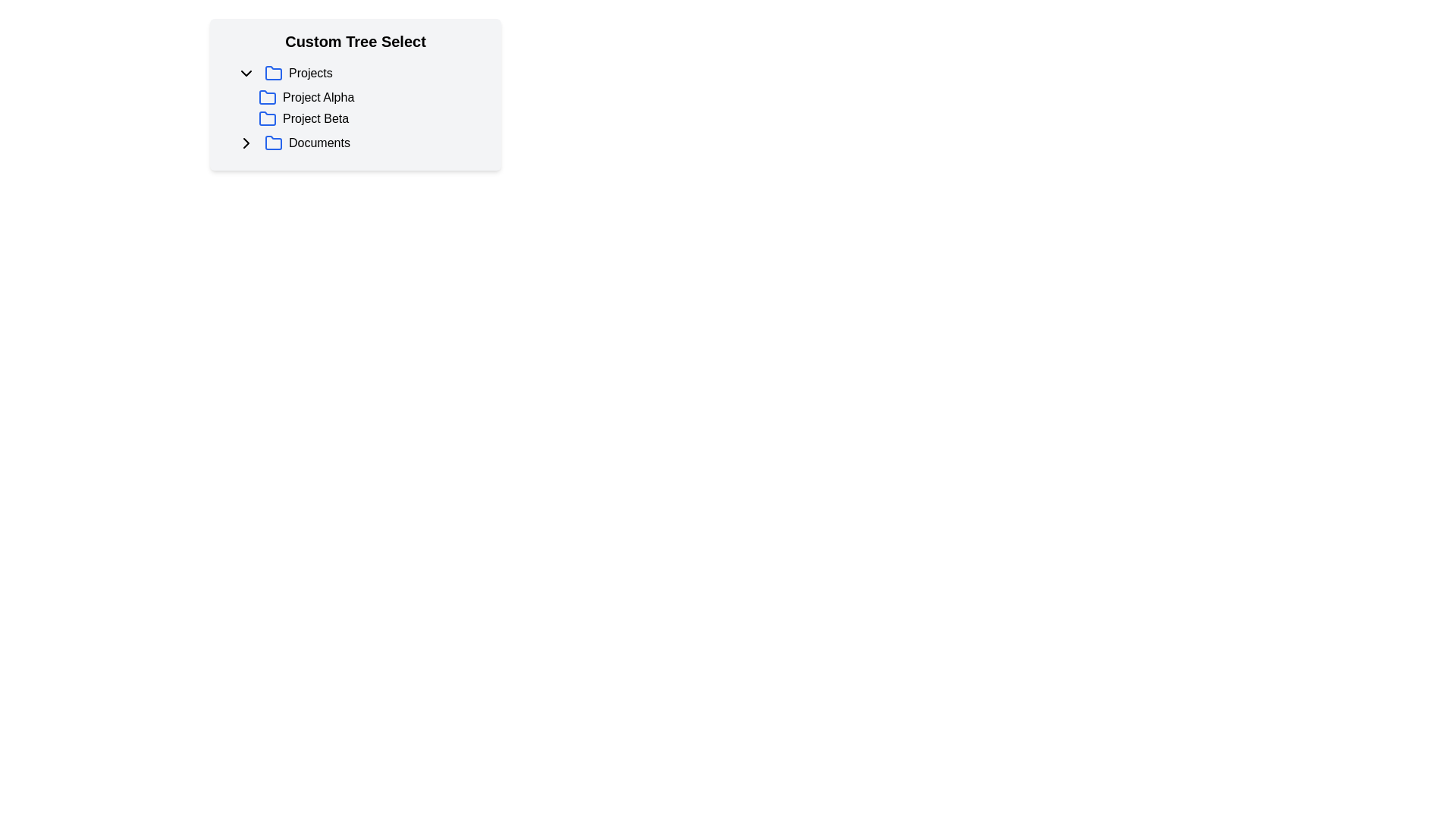 Image resolution: width=1456 pixels, height=819 pixels. What do you see at coordinates (273, 143) in the screenshot?
I see `the decorative icon representing the 'Documents' folder, which is positioned to the left of the text 'Documents'` at bounding box center [273, 143].